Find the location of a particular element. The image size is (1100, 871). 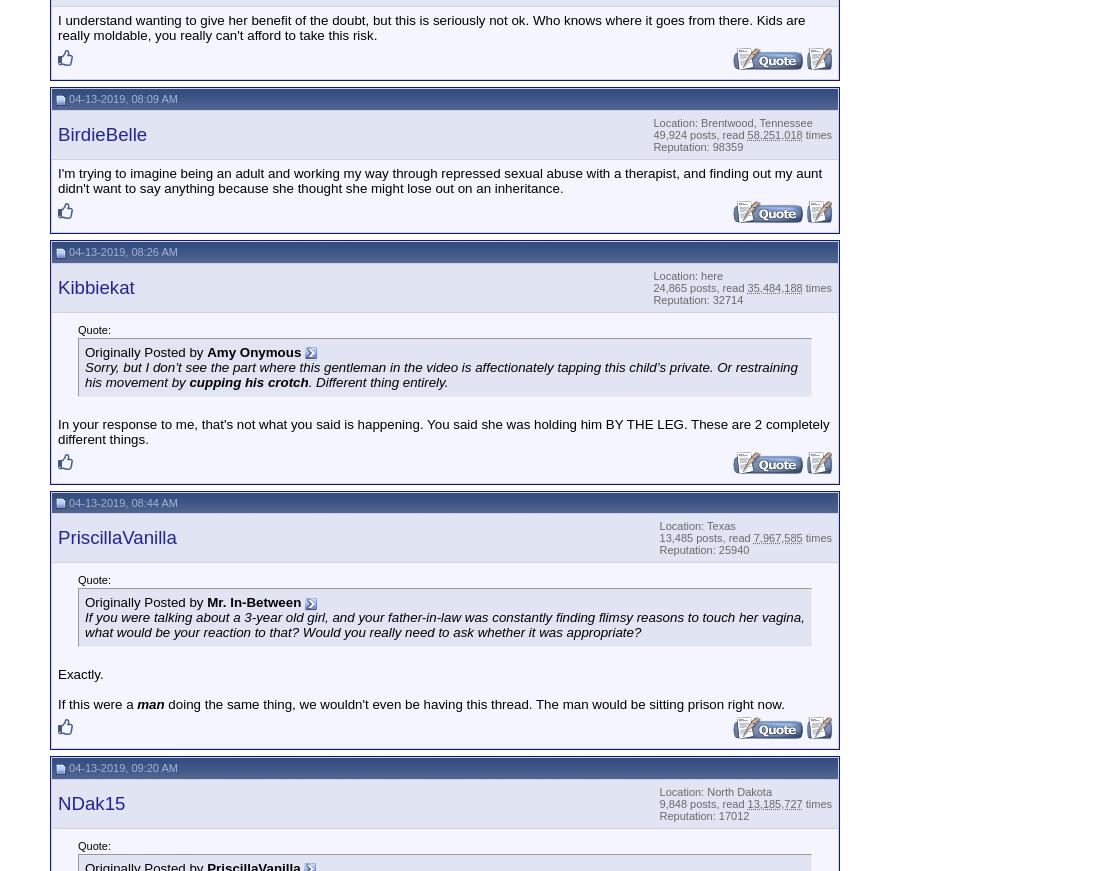

'04-13-2019, 08:09 AM' is located at coordinates (121, 98).